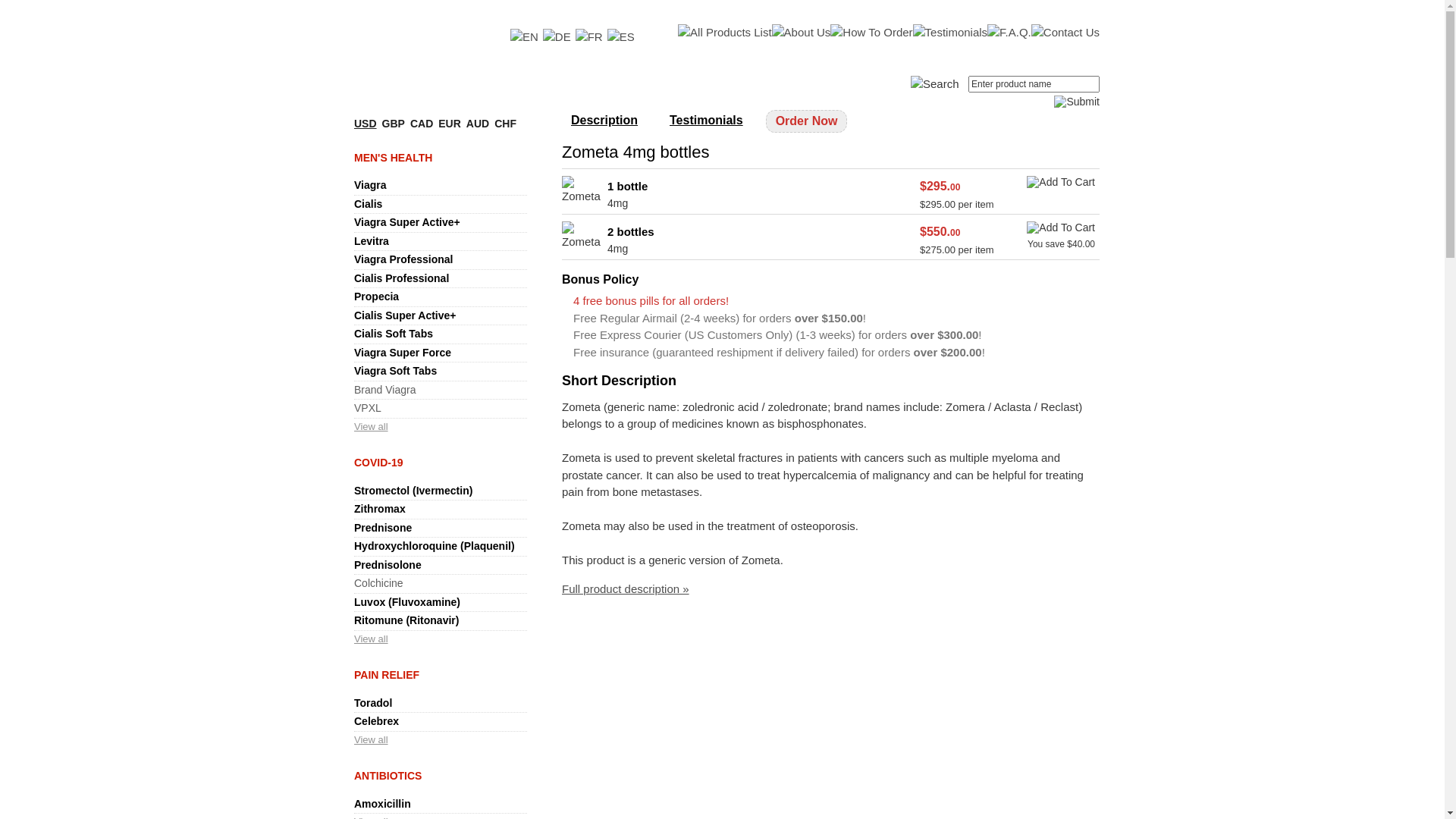  Describe the element at coordinates (371, 240) in the screenshot. I see `'Levitra'` at that location.